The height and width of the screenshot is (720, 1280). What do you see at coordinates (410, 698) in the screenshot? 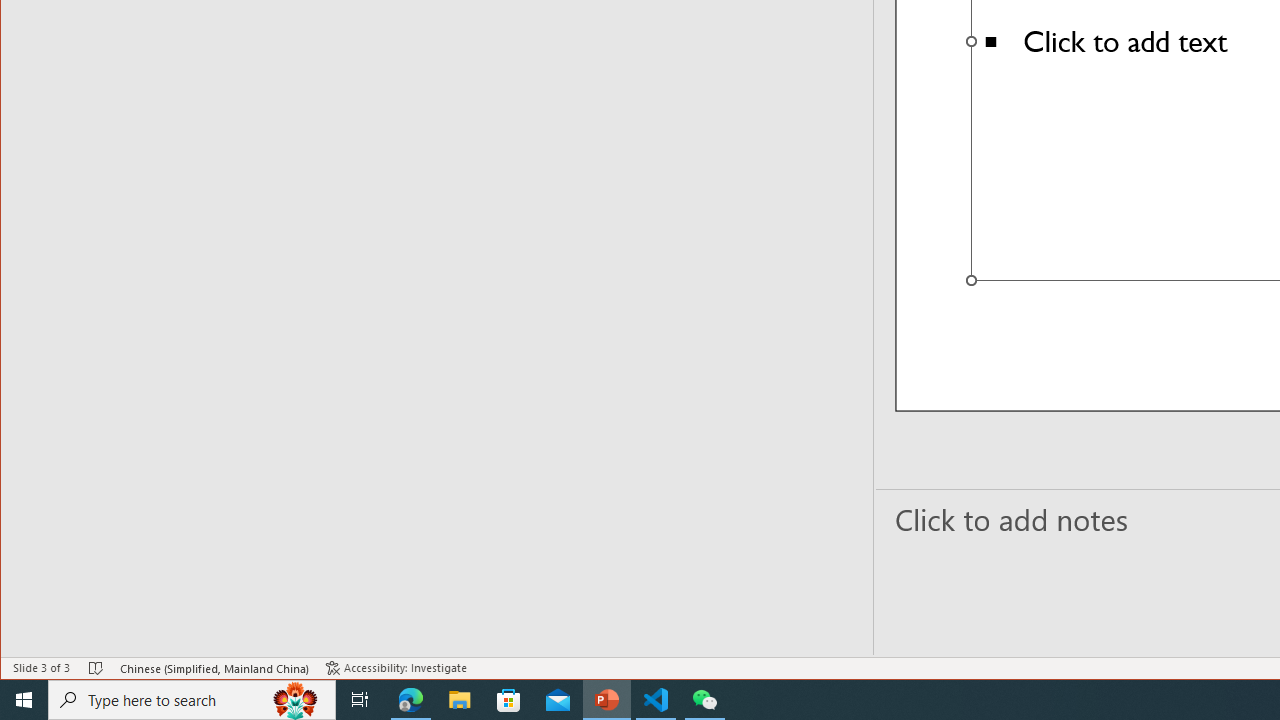
I see `'Microsoft Edge - 1 running window'` at bounding box center [410, 698].